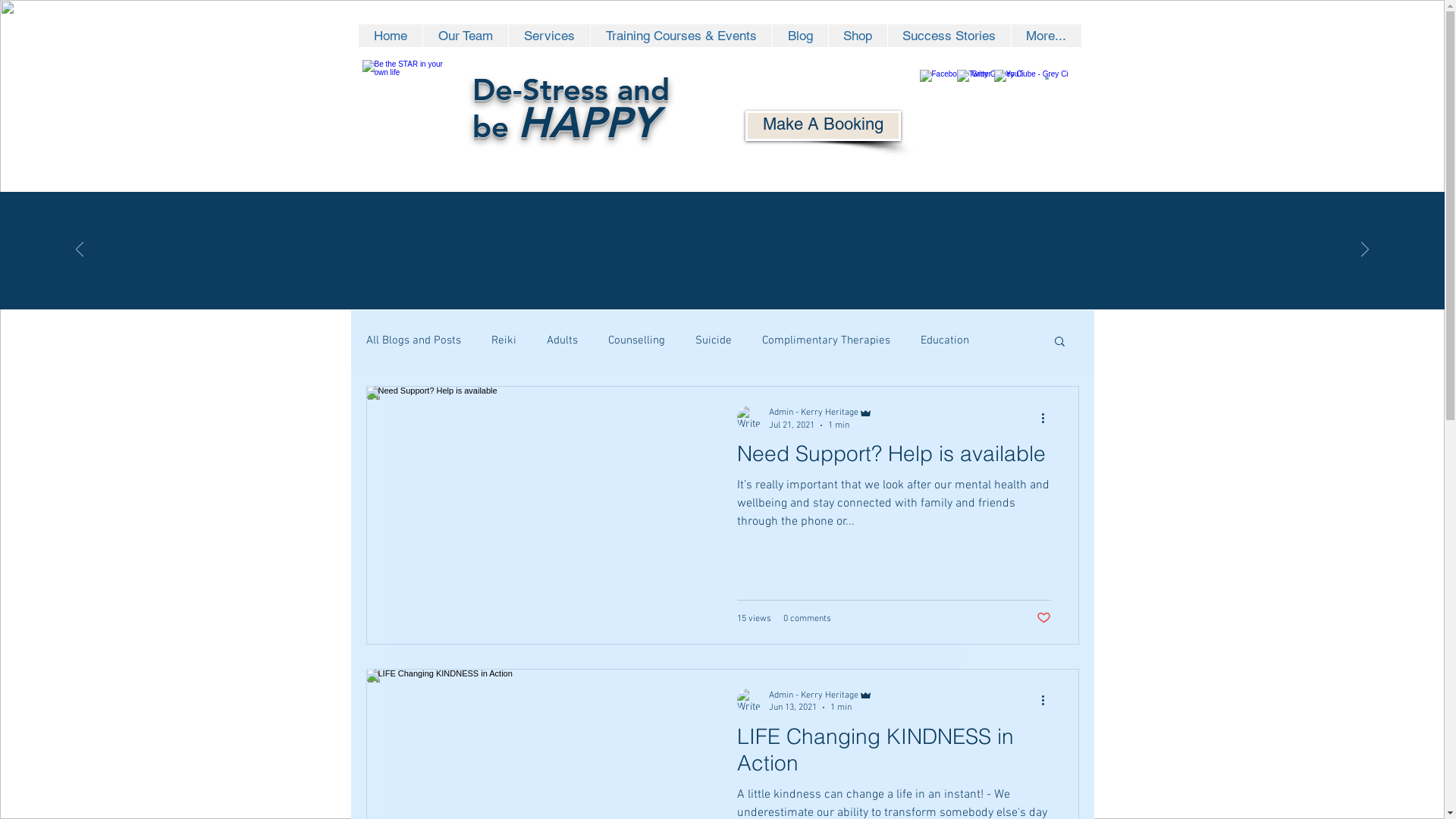 Image resolution: width=1456 pixels, height=819 pixels. Describe the element at coordinates (563, 125) in the screenshot. I see `'be HAPPY'` at that location.